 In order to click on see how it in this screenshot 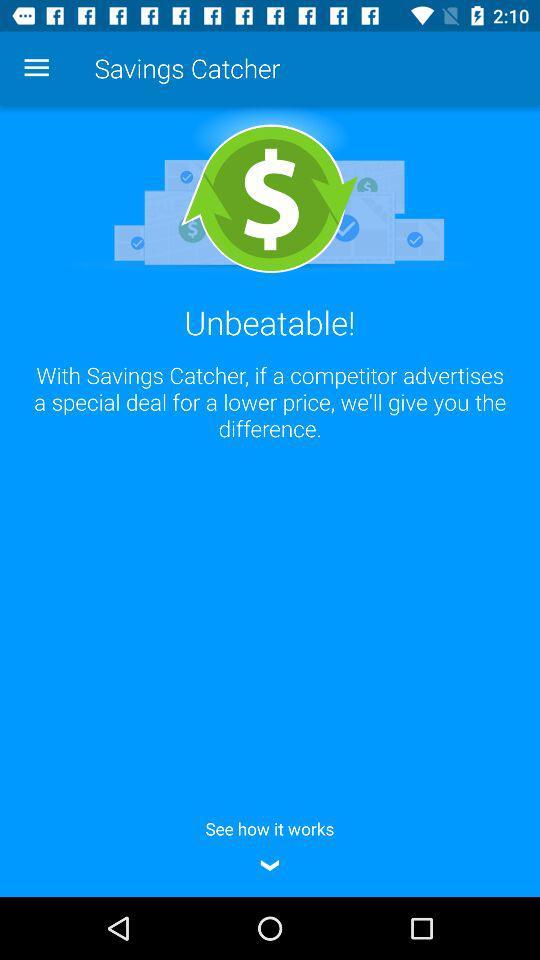, I will do `click(270, 842)`.